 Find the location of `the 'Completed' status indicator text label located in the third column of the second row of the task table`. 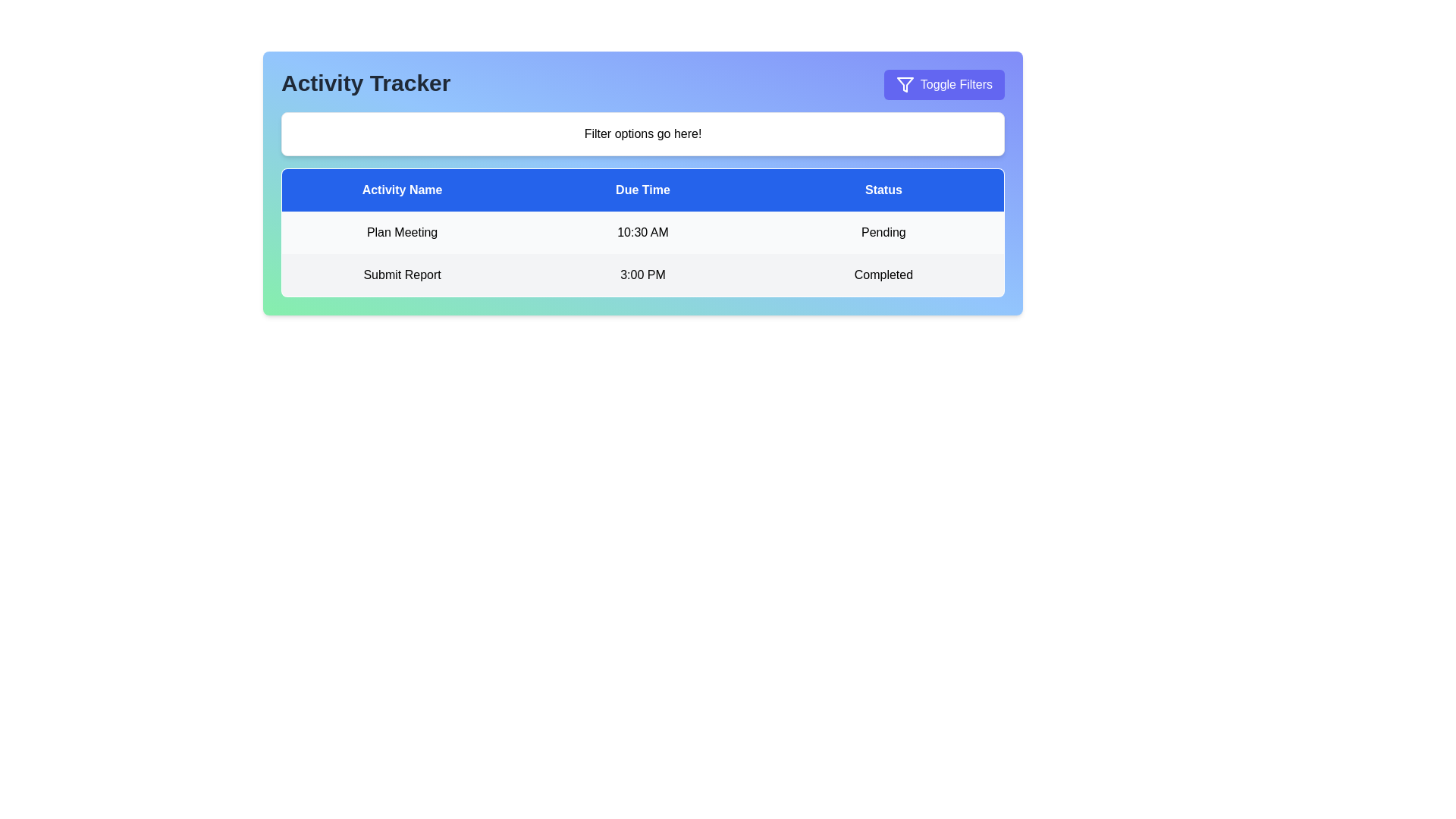

the 'Completed' status indicator text label located in the third column of the second row of the task table is located at coordinates (883, 275).